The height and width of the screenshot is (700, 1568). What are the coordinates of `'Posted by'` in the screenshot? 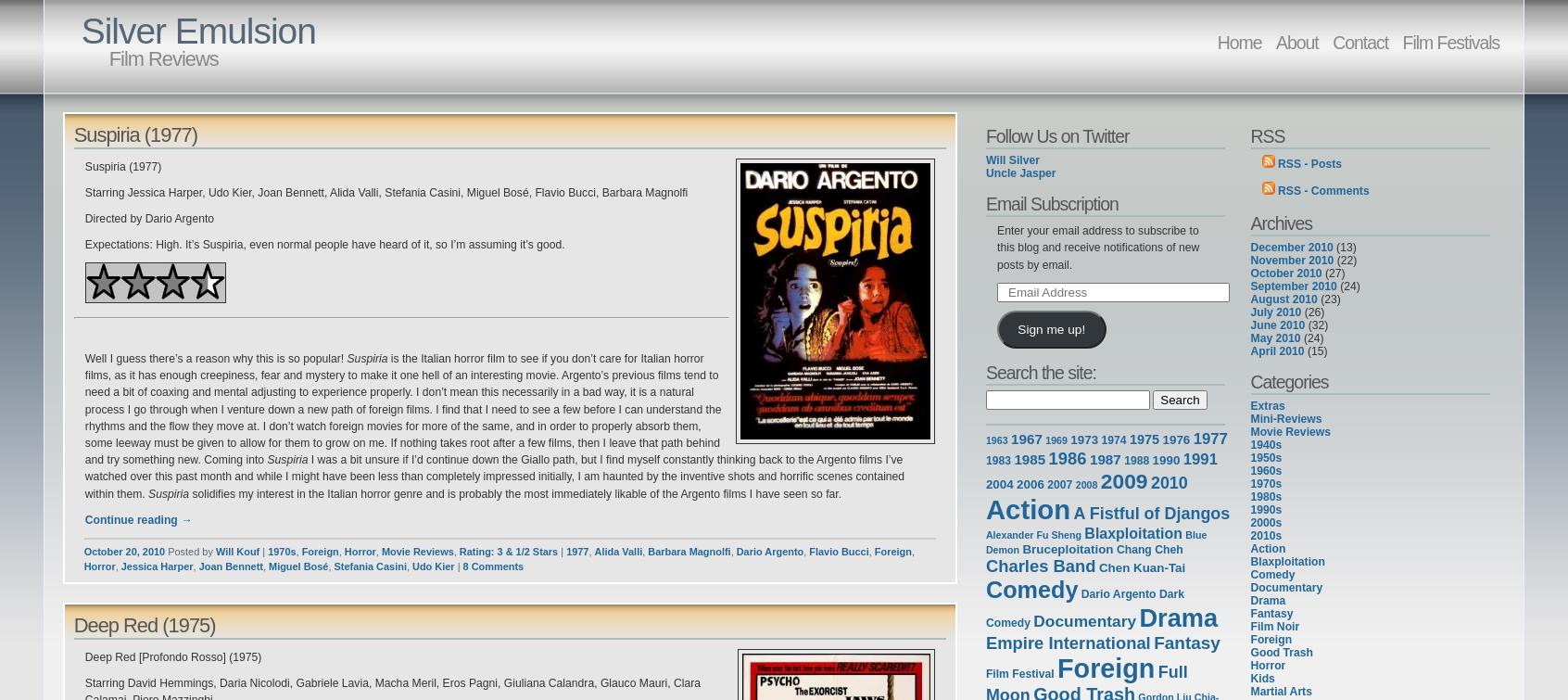 It's located at (167, 550).